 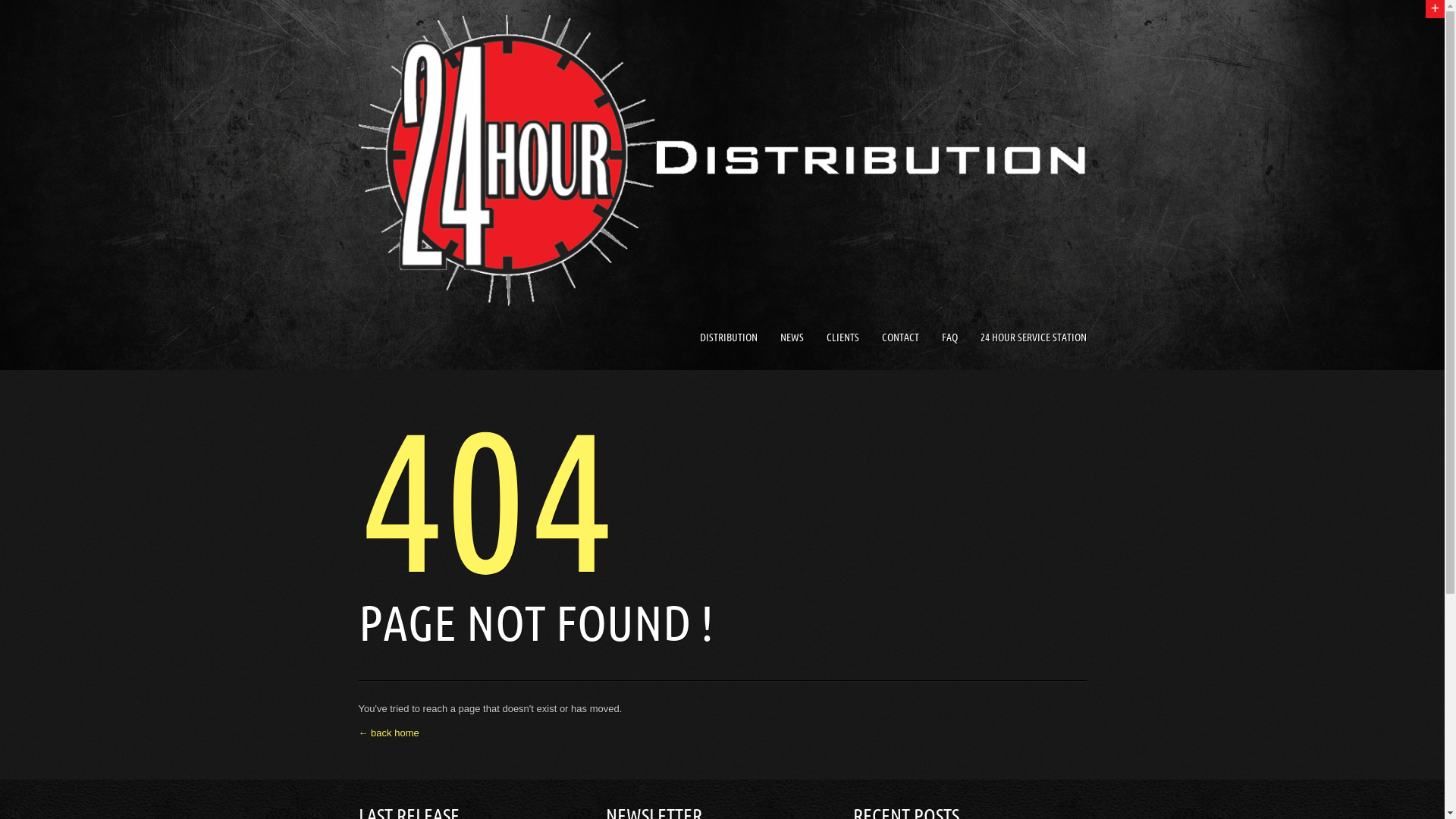 What do you see at coordinates (899, 337) in the screenshot?
I see `'CONTACT'` at bounding box center [899, 337].